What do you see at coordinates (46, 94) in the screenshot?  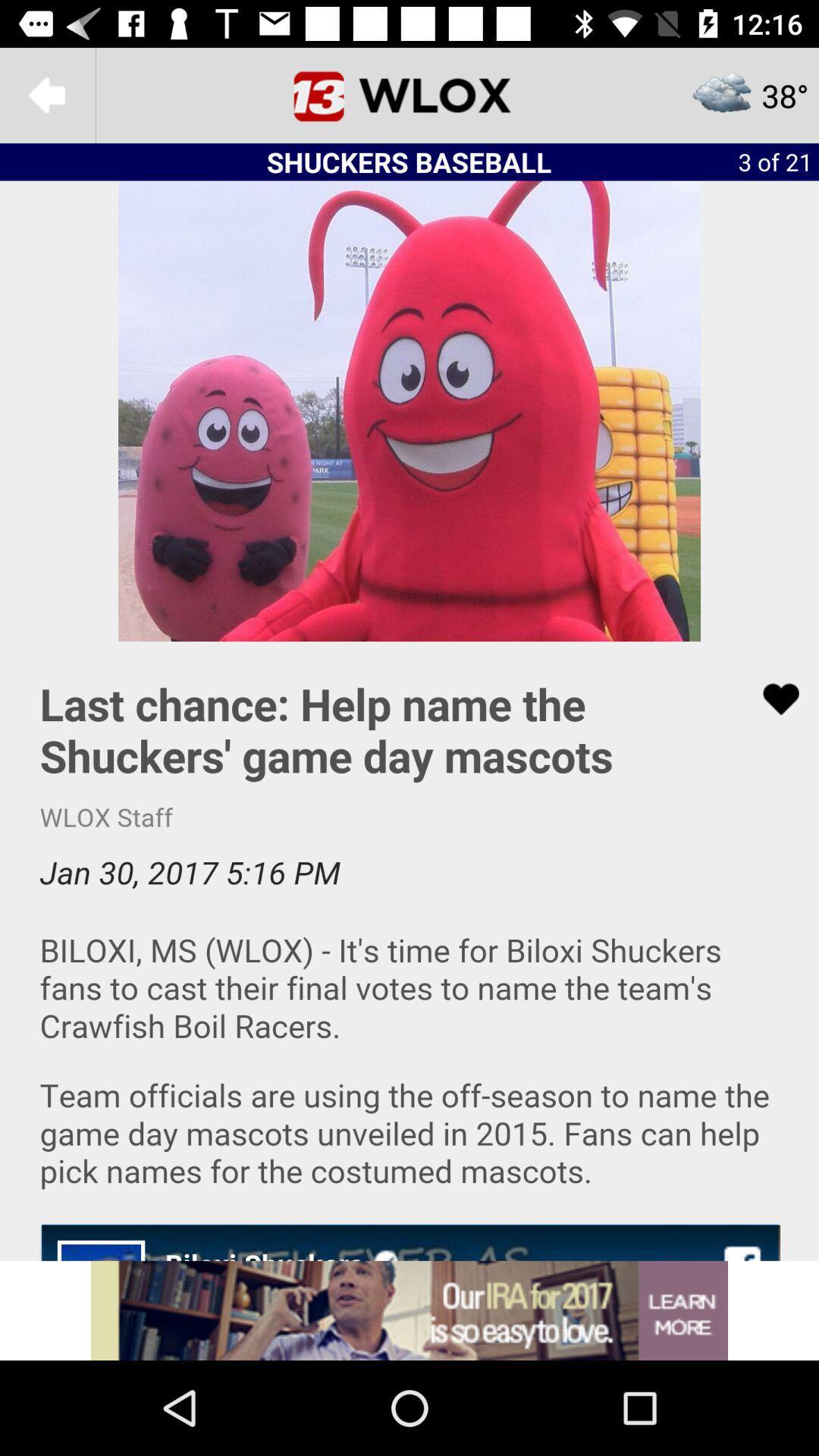 I see `the arrow_backward icon` at bounding box center [46, 94].